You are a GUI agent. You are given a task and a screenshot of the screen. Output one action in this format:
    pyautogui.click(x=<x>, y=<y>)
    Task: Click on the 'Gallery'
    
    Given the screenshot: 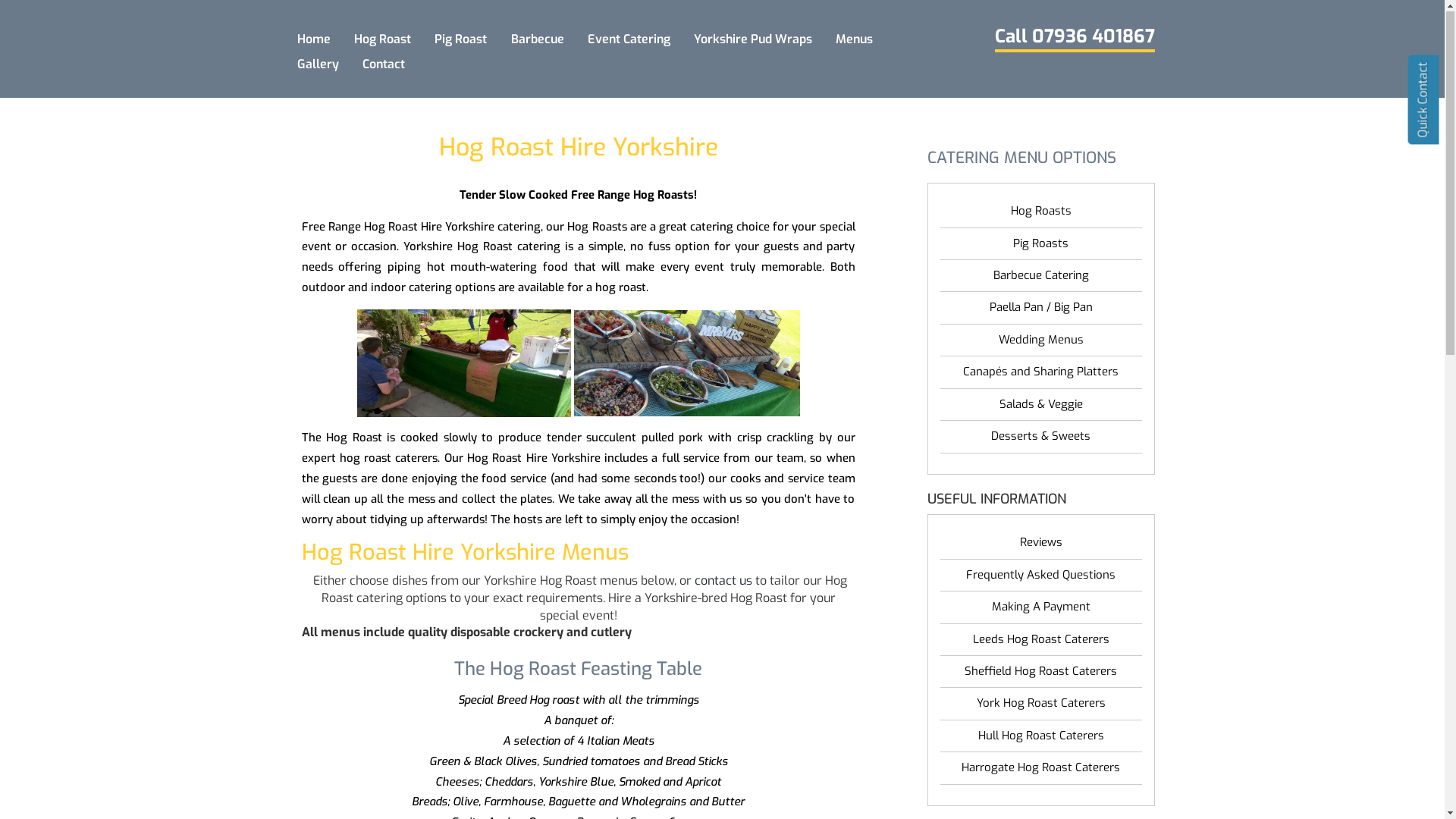 What is the action you would take?
    pyautogui.click(x=316, y=64)
    